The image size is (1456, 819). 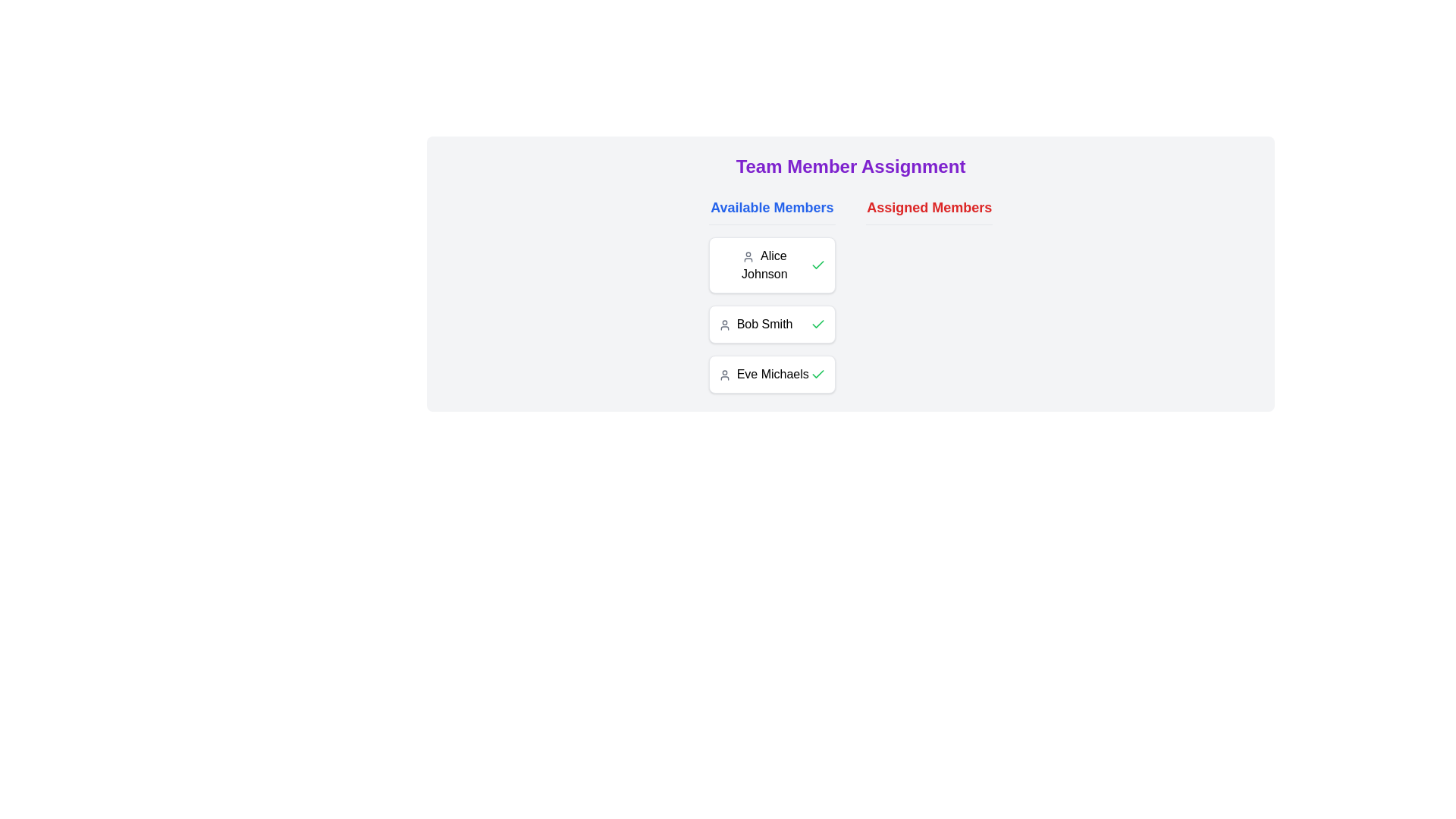 What do you see at coordinates (771, 324) in the screenshot?
I see `the second user card` at bounding box center [771, 324].